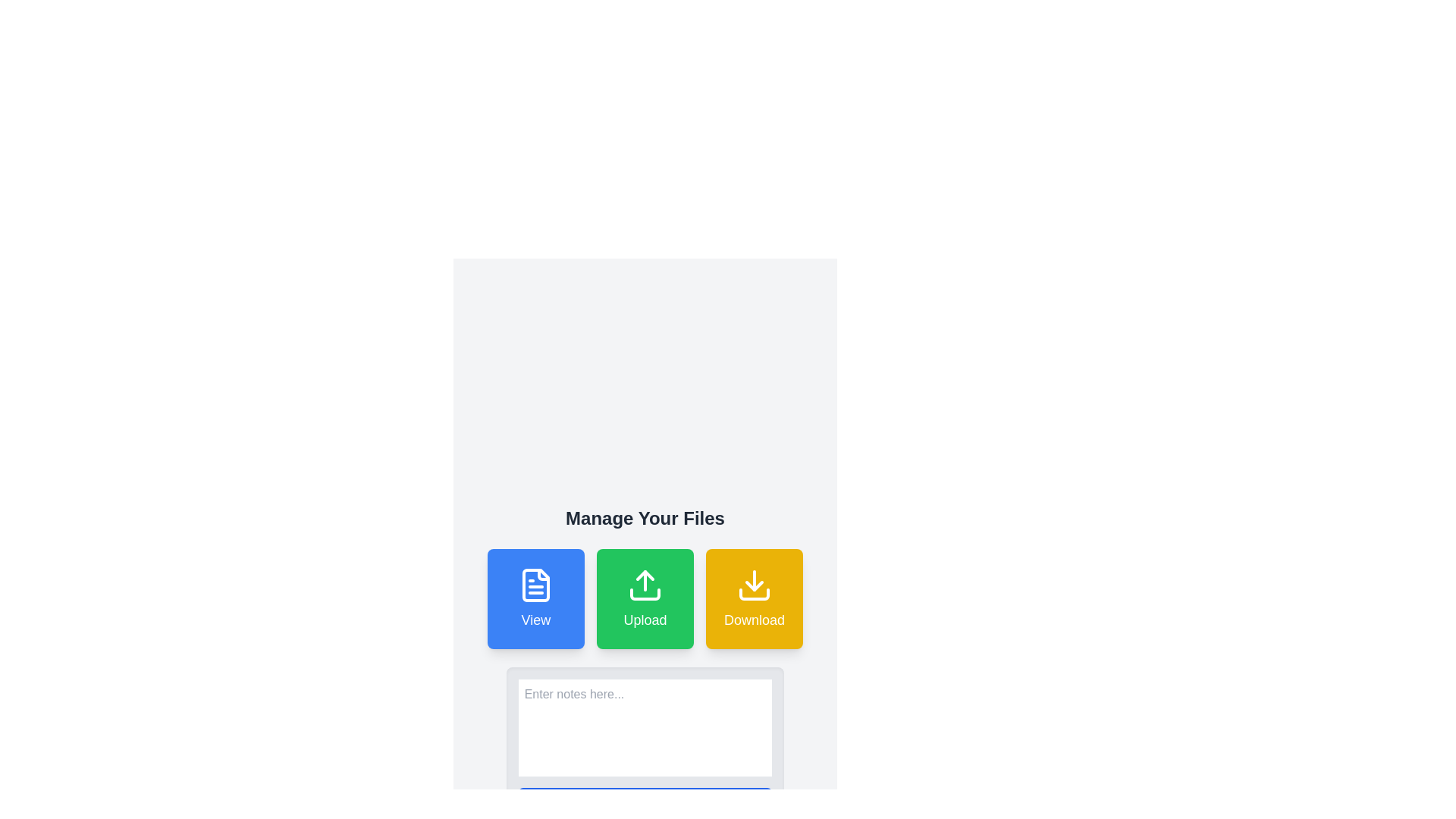 This screenshot has width=1456, height=819. I want to click on the upload SVG icon located in the green button labeled 'Upload', which is the second button from the left under the 'Manage Your Files' header, so click(645, 584).